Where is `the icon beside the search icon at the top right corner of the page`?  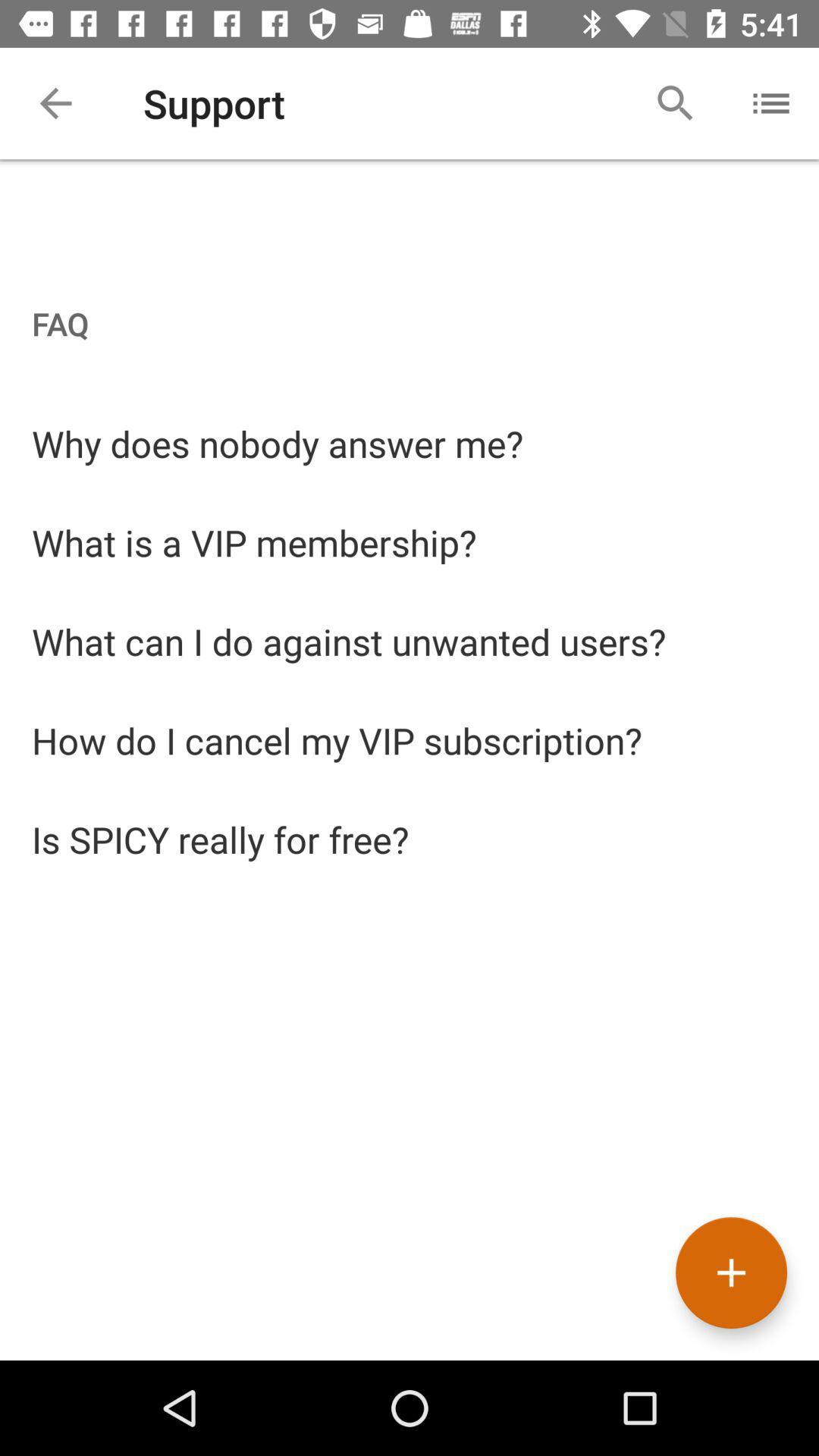 the icon beside the search icon at the top right corner of the page is located at coordinates (771, 103).